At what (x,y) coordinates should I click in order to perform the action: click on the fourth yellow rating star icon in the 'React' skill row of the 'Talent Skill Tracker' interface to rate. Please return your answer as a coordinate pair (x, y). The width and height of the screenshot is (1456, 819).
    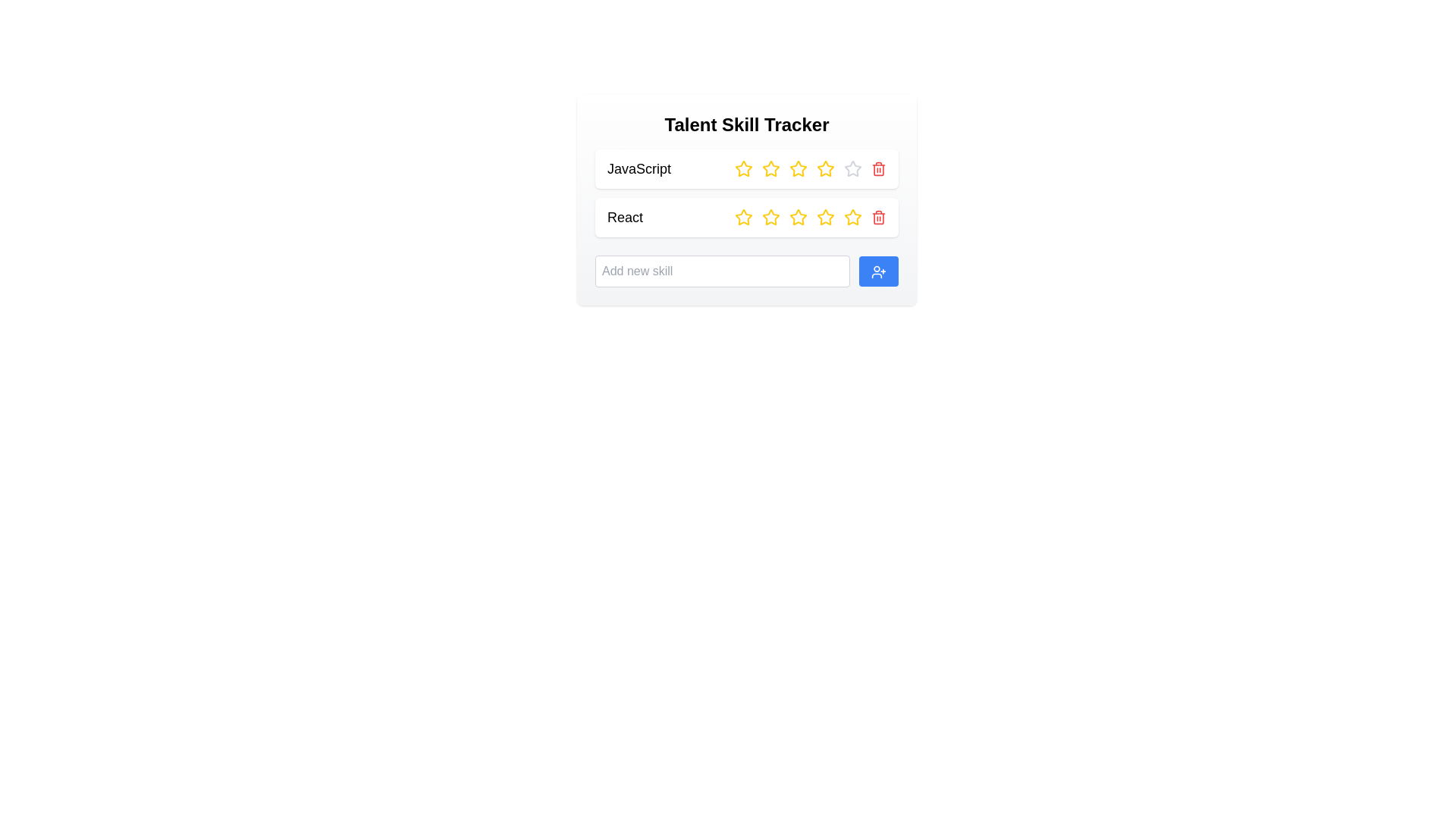
    Looking at the image, I should click on (852, 217).